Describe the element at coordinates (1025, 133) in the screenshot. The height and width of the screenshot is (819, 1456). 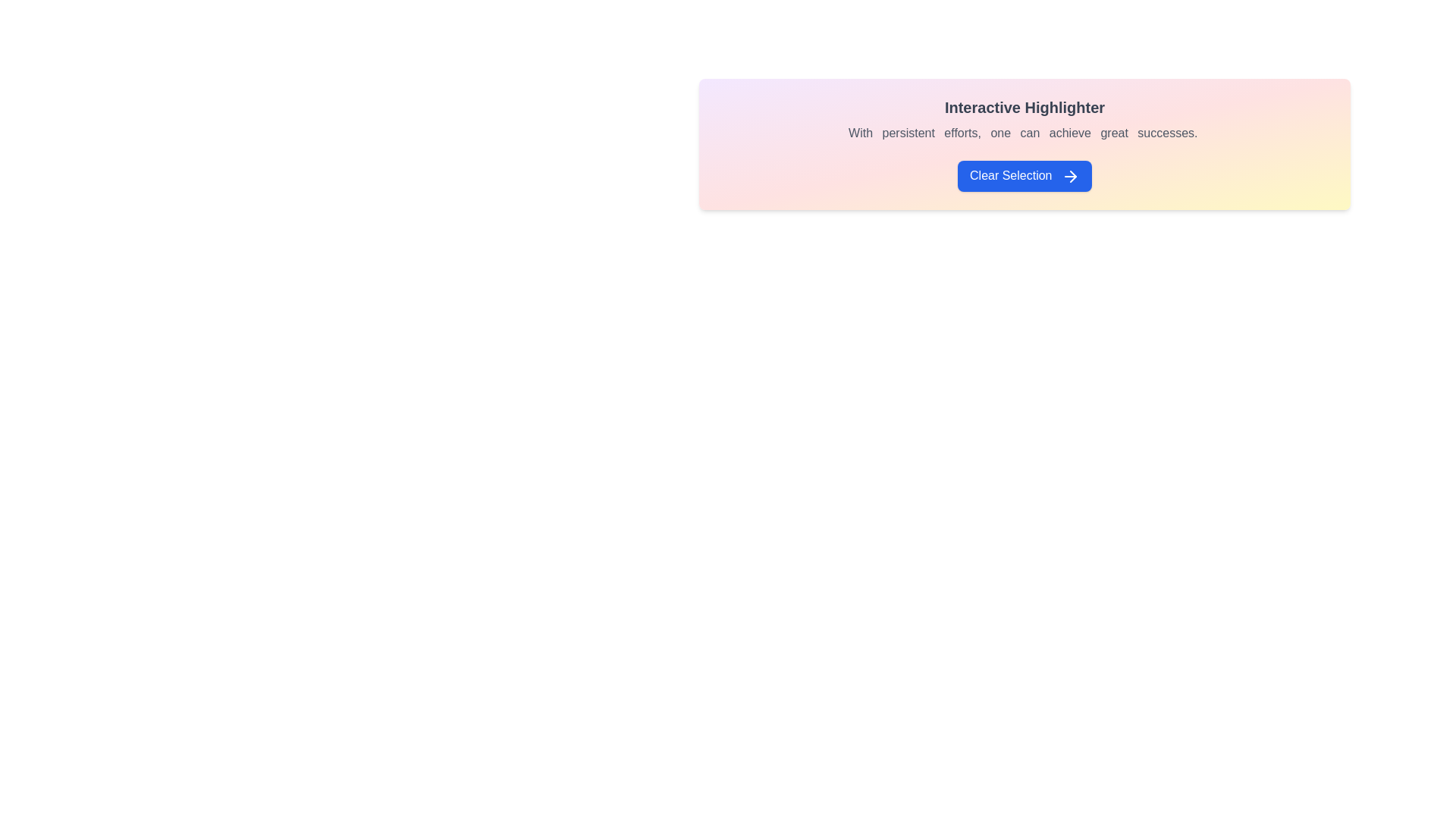
I see `the text element that reads 'With persistent efforts, one can achieve great successes.', which is located below the title 'Interactive Highlighter'` at that location.